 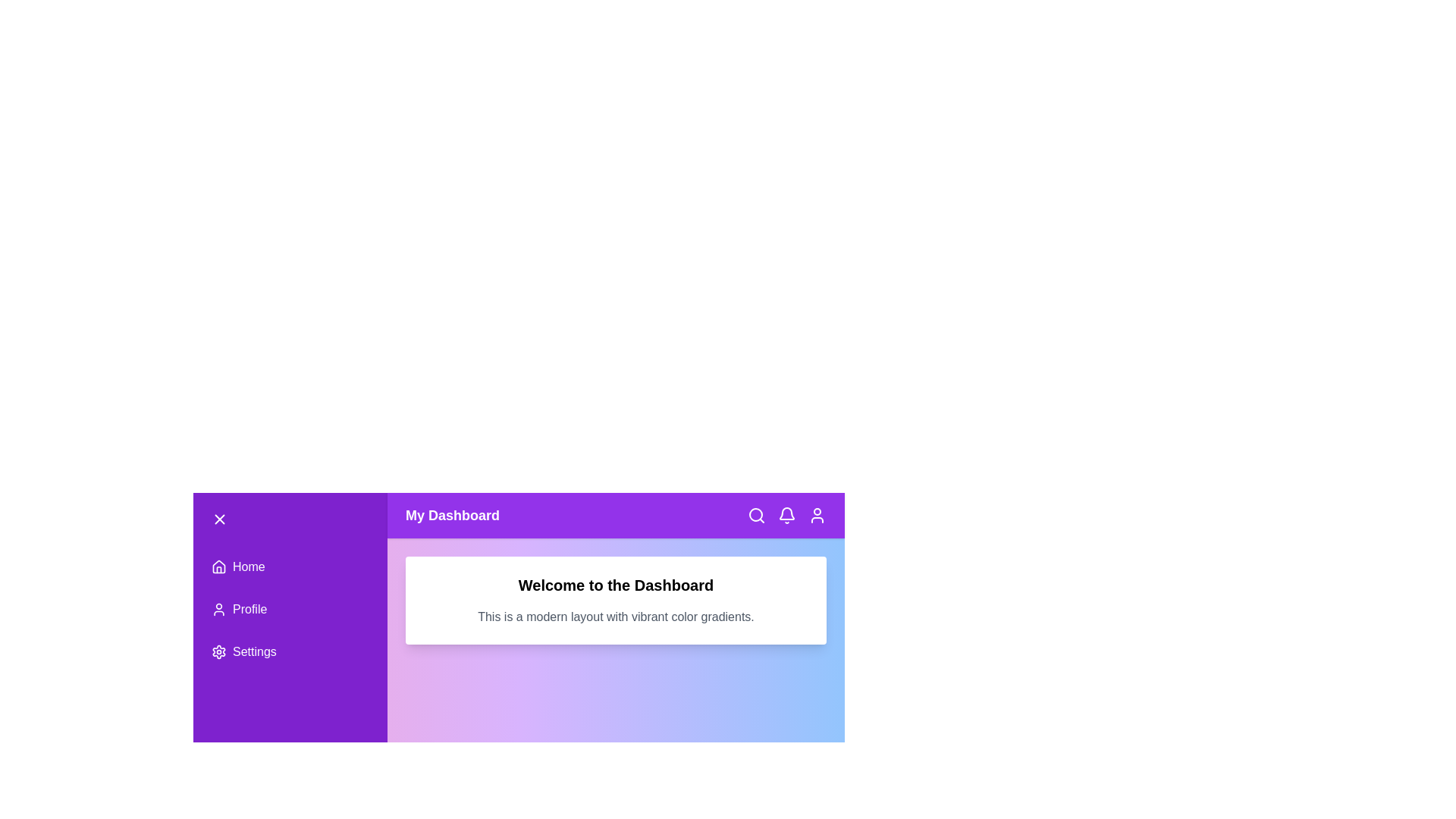 What do you see at coordinates (817, 514) in the screenshot?
I see `the user profile icon located at the top-right corner of the app bar` at bounding box center [817, 514].